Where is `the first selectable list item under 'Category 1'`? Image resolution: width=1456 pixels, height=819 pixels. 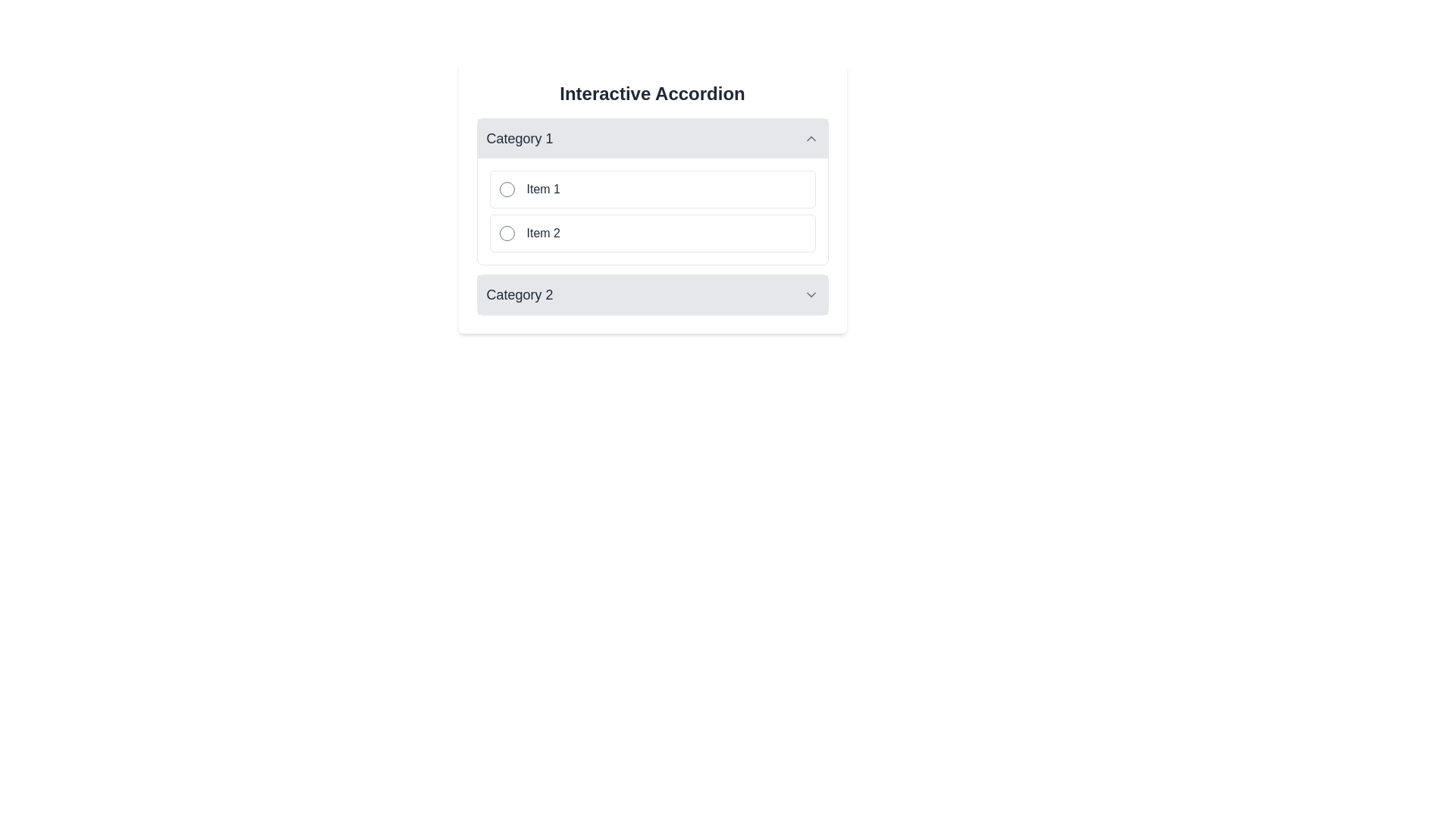 the first selectable list item under 'Category 1' is located at coordinates (652, 189).